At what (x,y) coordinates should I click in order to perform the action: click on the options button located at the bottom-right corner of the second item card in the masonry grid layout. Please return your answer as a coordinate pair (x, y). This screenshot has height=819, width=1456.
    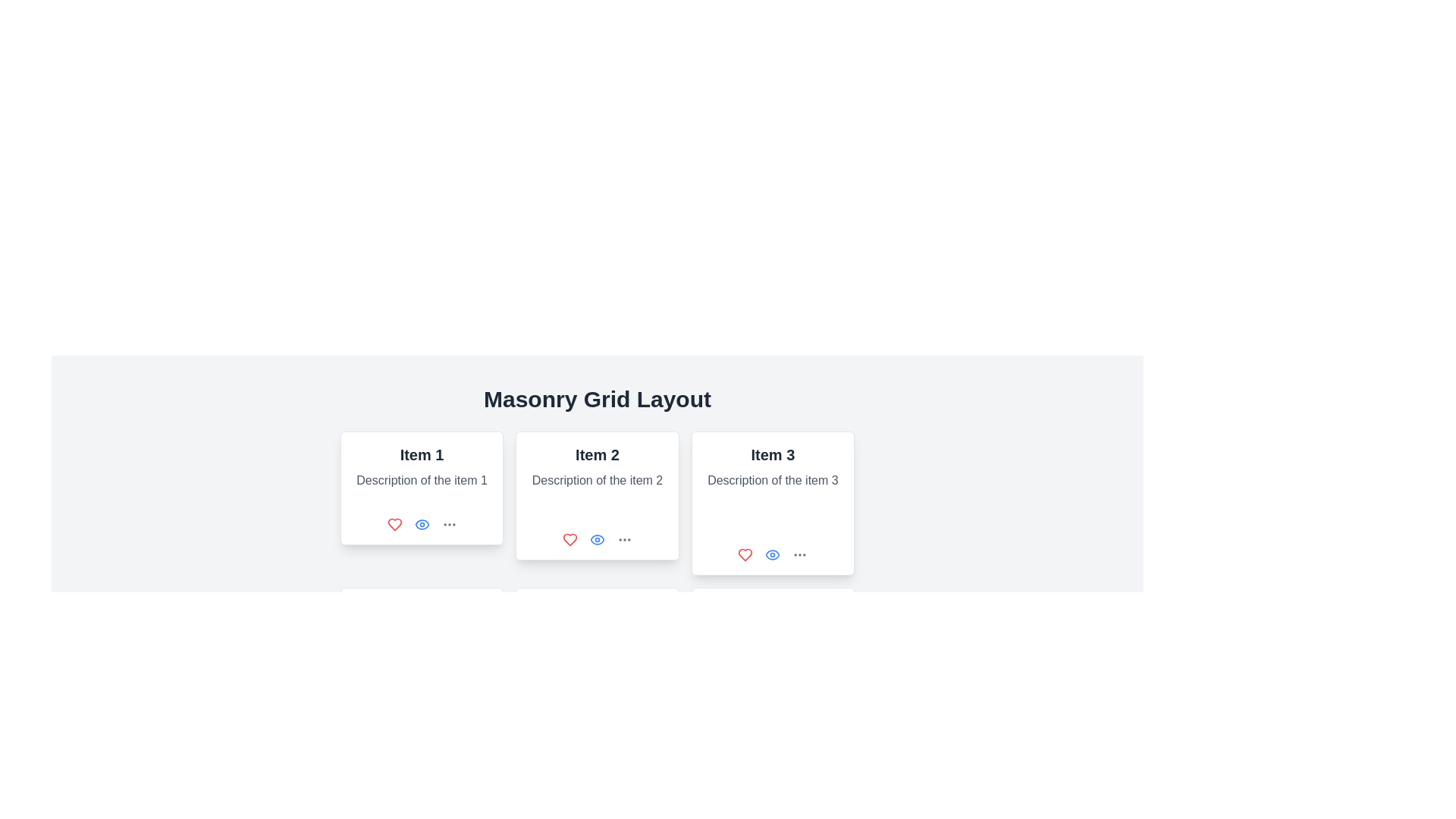
    Looking at the image, I should click on (625, 539).